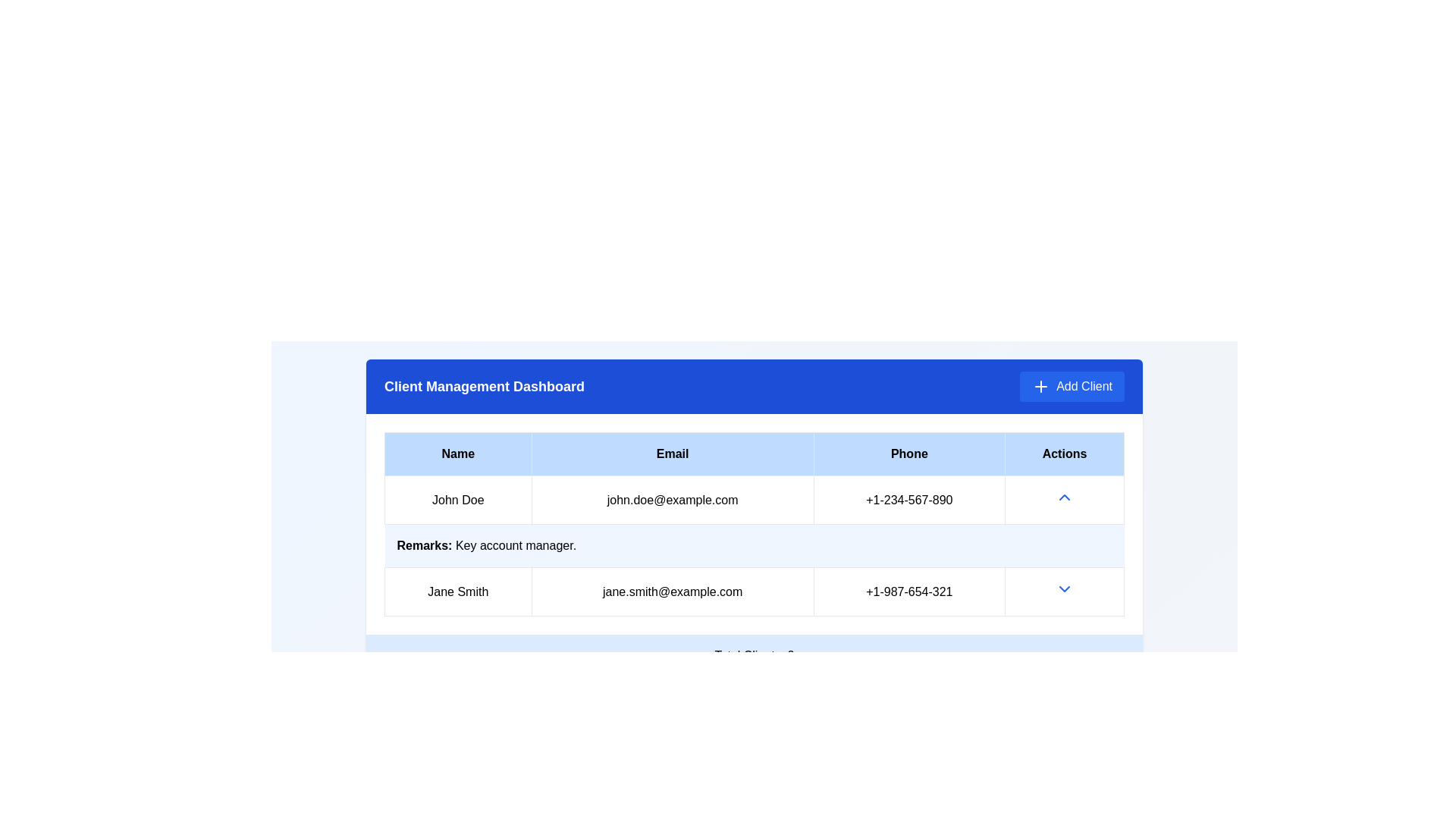  What do you see at coordinates (909, 453) in the screenshot?
I see `the 'Phone' label in the table header, which has a light blue background and bold black text, located as the third column header` at bounding box center [909, 453].